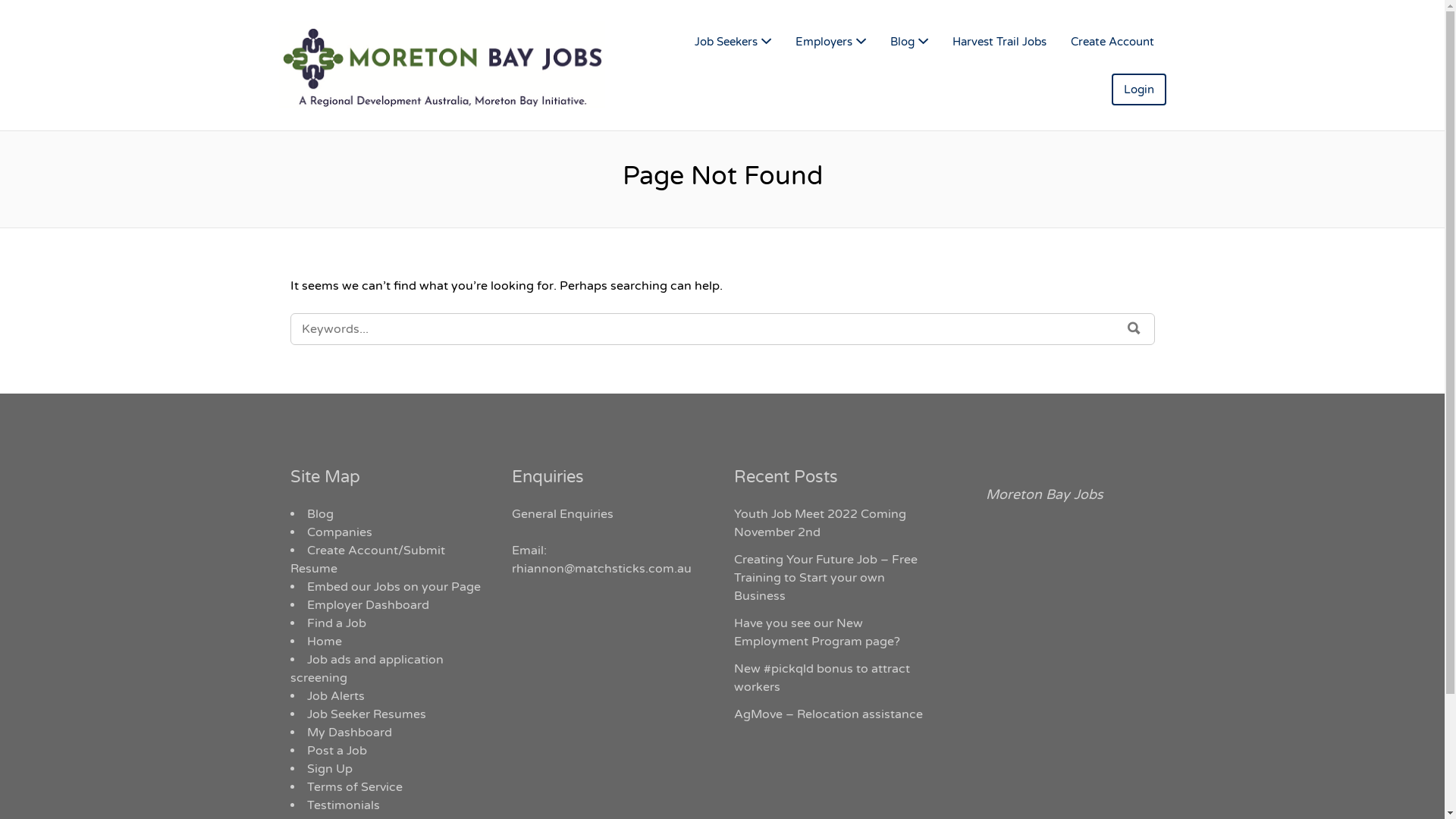  I want to click on 'Employers', so click(829, 41).